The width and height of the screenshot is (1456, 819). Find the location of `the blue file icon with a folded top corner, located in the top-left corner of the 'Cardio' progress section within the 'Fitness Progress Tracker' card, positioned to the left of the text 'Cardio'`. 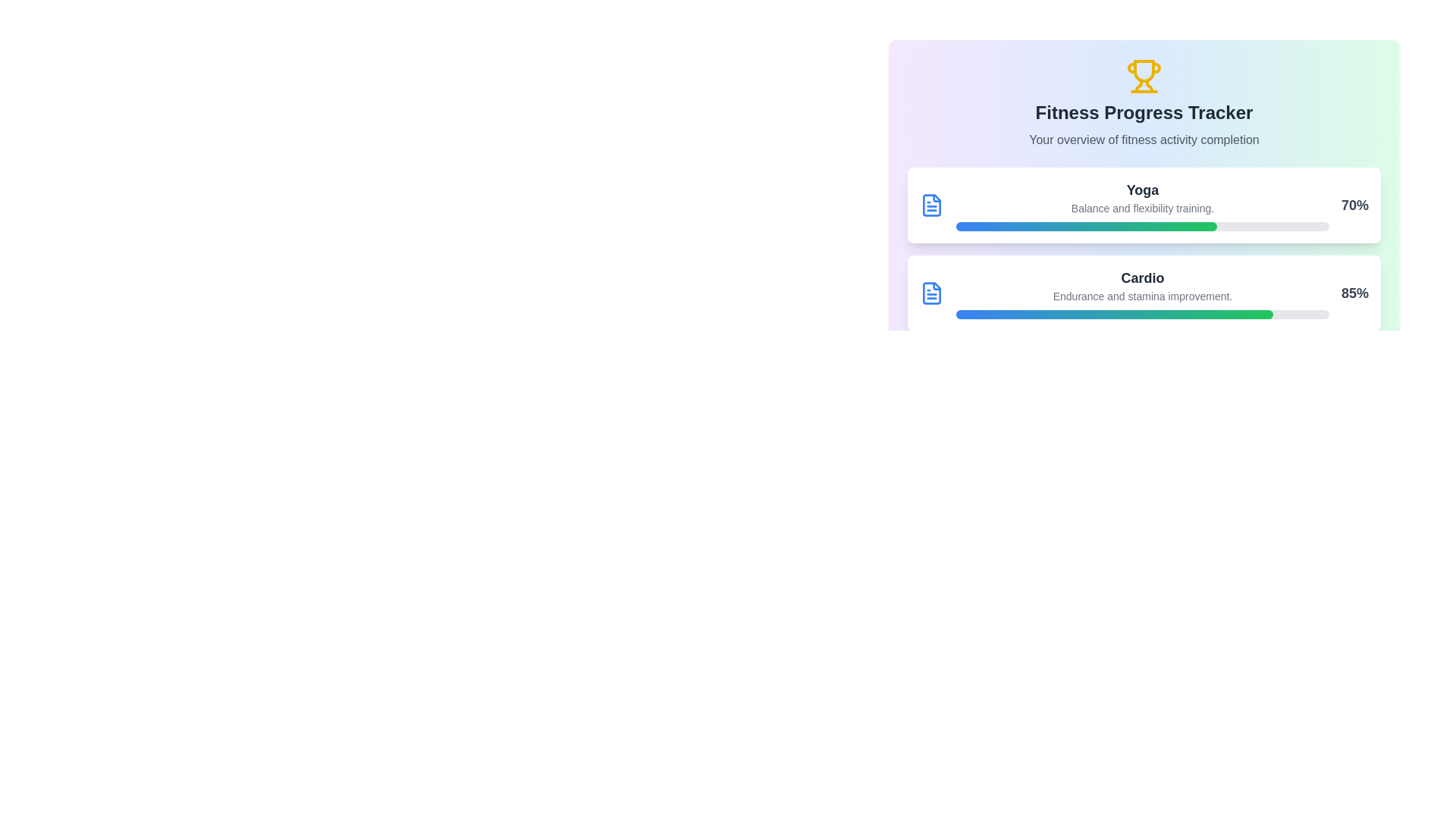

the blue file icon with a folded top corner, located in the top-left corner of the 'Cardio' progress section within the 'Fitness Progress Tracker' card, positioned to the left of the text 'Cardio' is located at coordinates (930, 293).